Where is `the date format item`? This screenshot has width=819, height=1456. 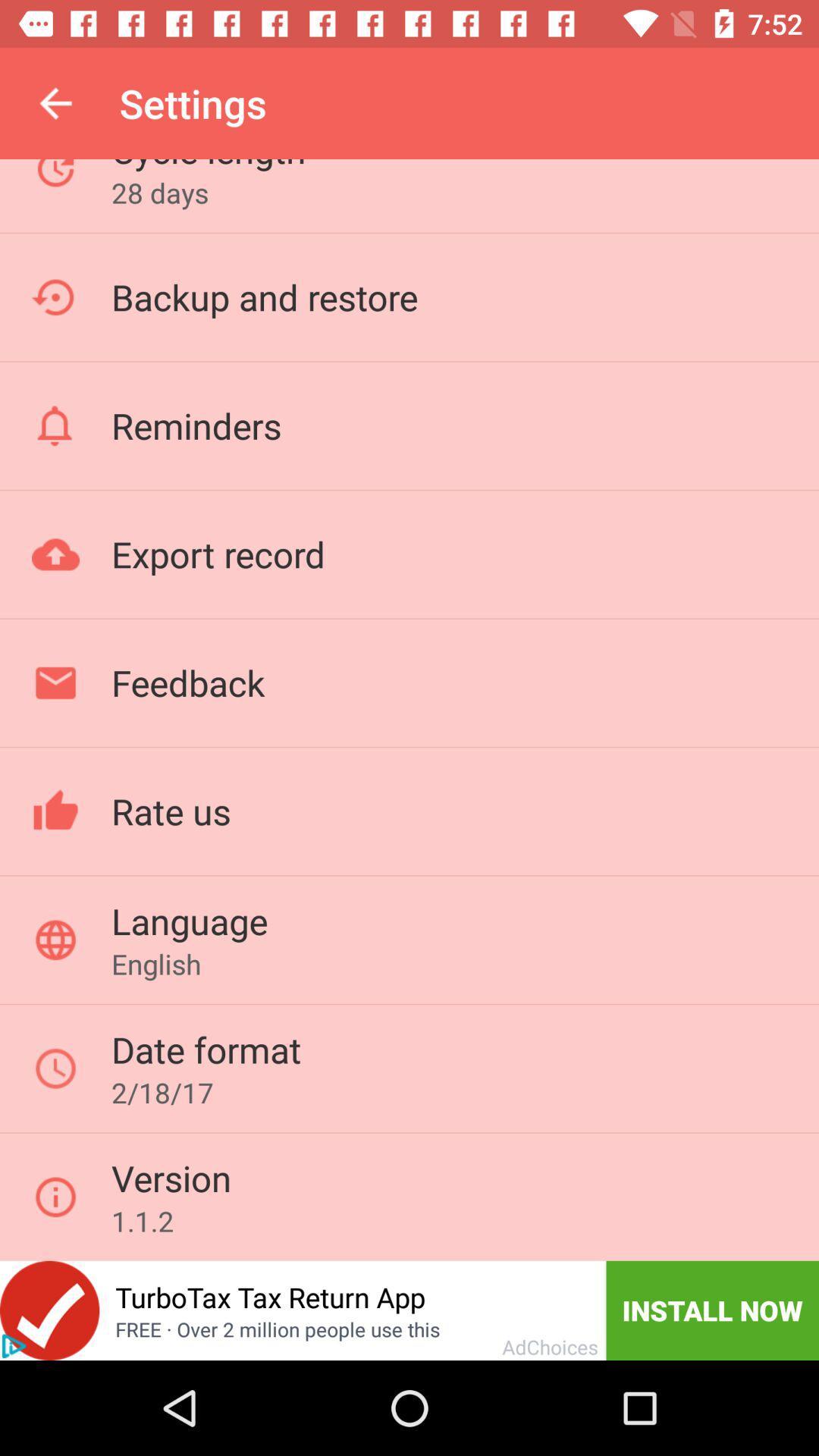 the date format item is located at coordinates (206, 1049).